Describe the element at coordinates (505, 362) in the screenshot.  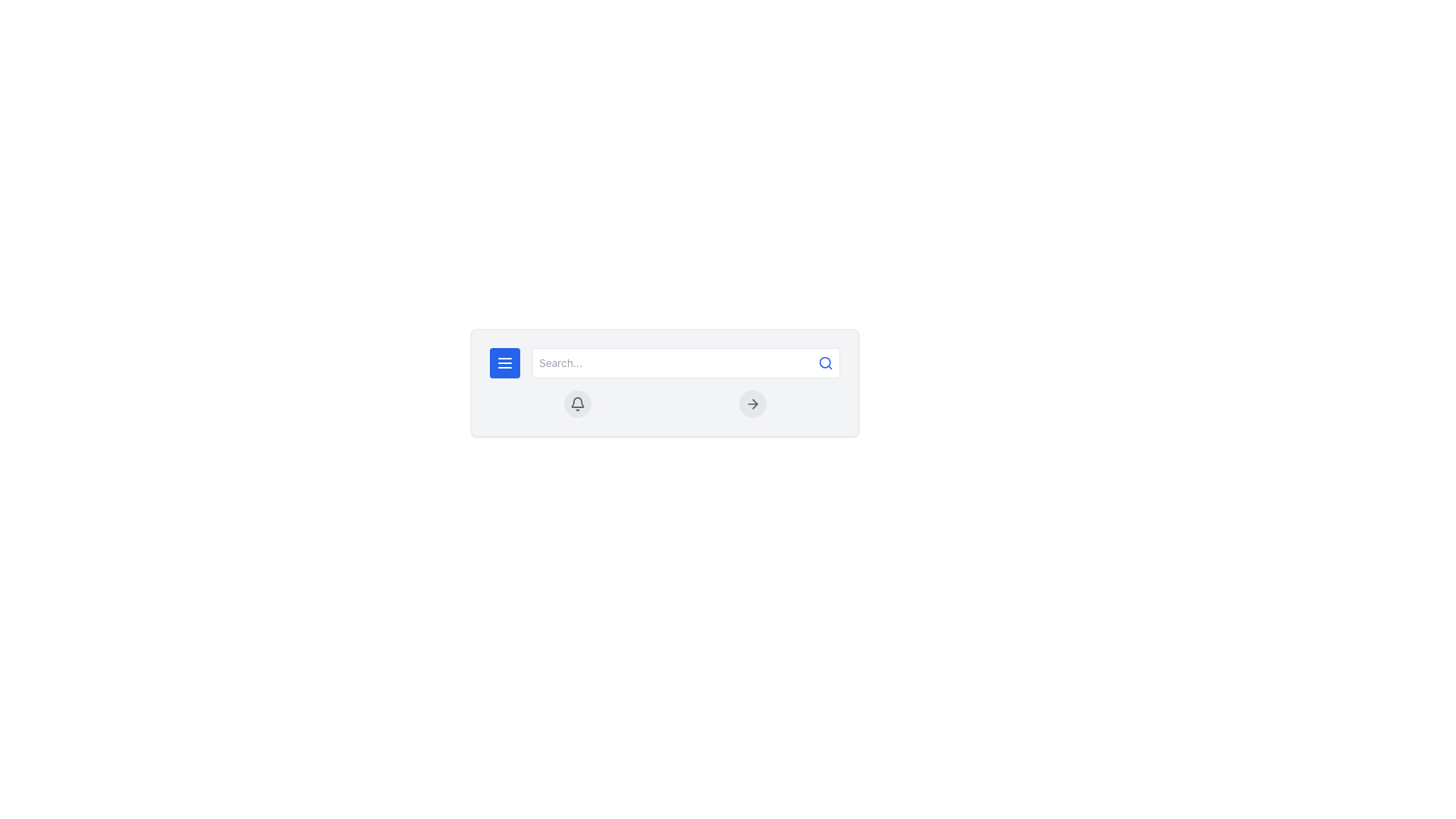
I see `the square button with a blue background and three horizontal lines icon, located to the left of the search input field for accessibility navigation` at that location.